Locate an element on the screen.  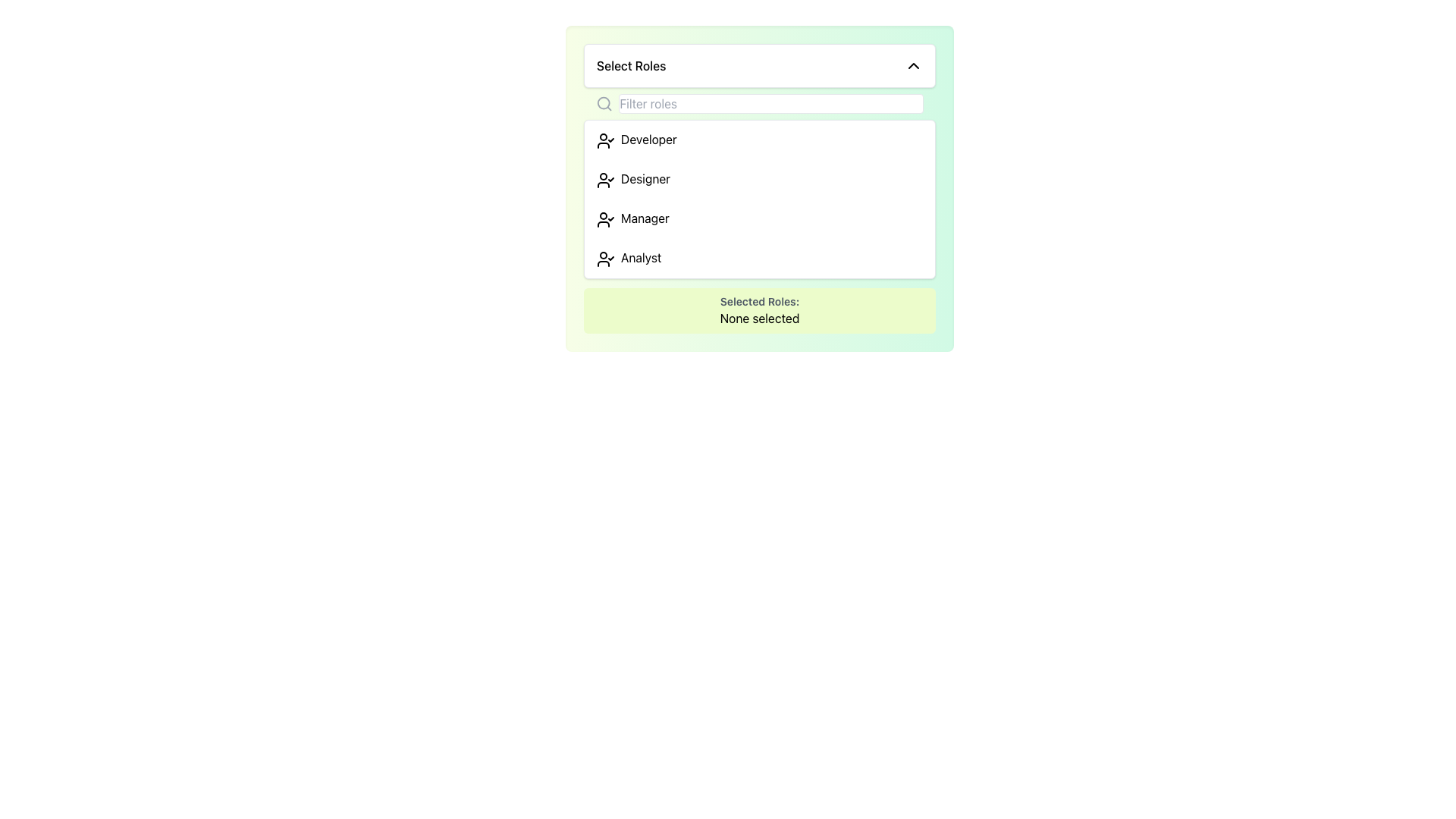
the decorative icon representing the 'Developer' role in the dropdown menu, which is the first entry in the list is located at coordinates (604, 140).